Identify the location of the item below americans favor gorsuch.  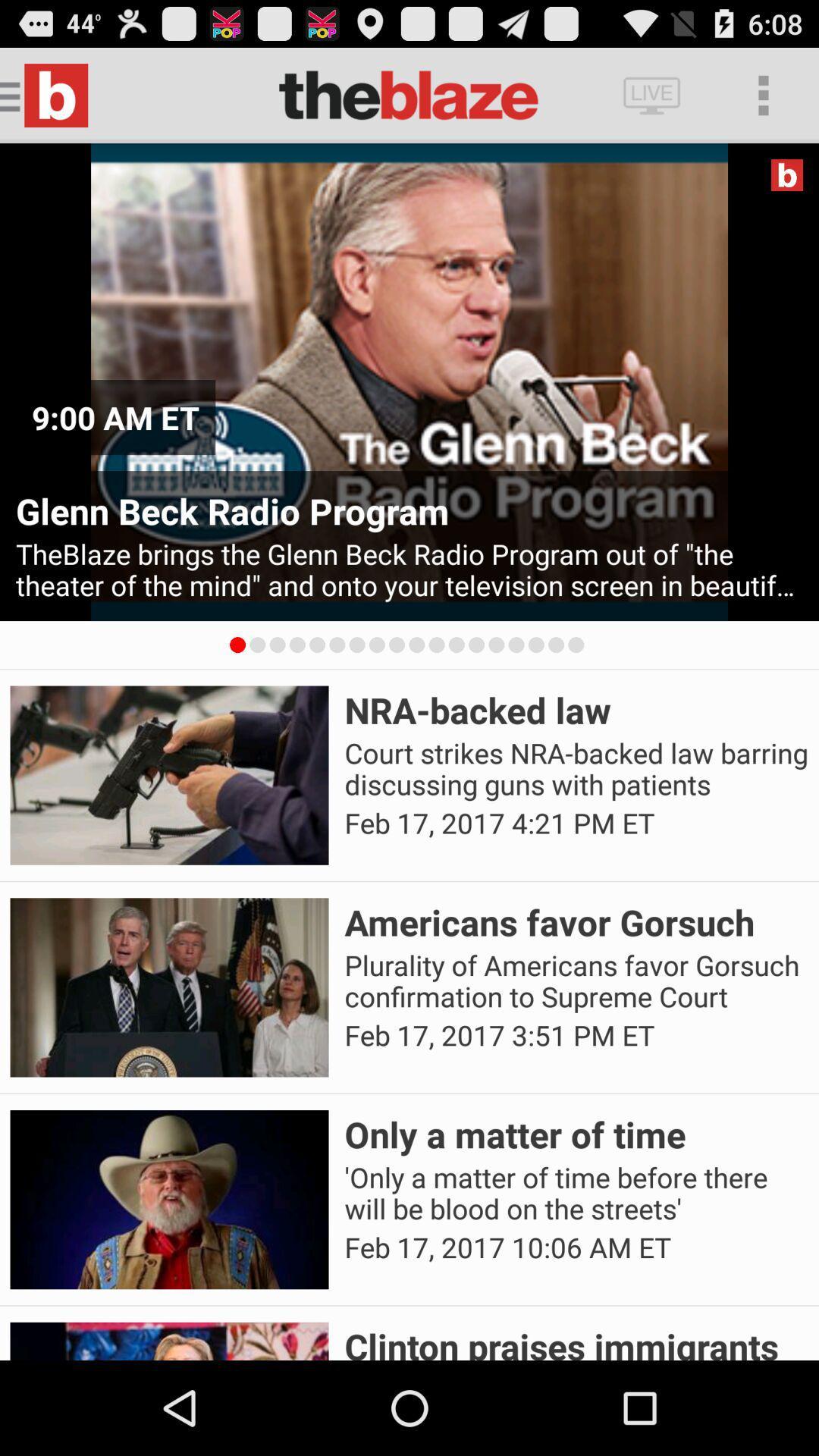
(576, 981).